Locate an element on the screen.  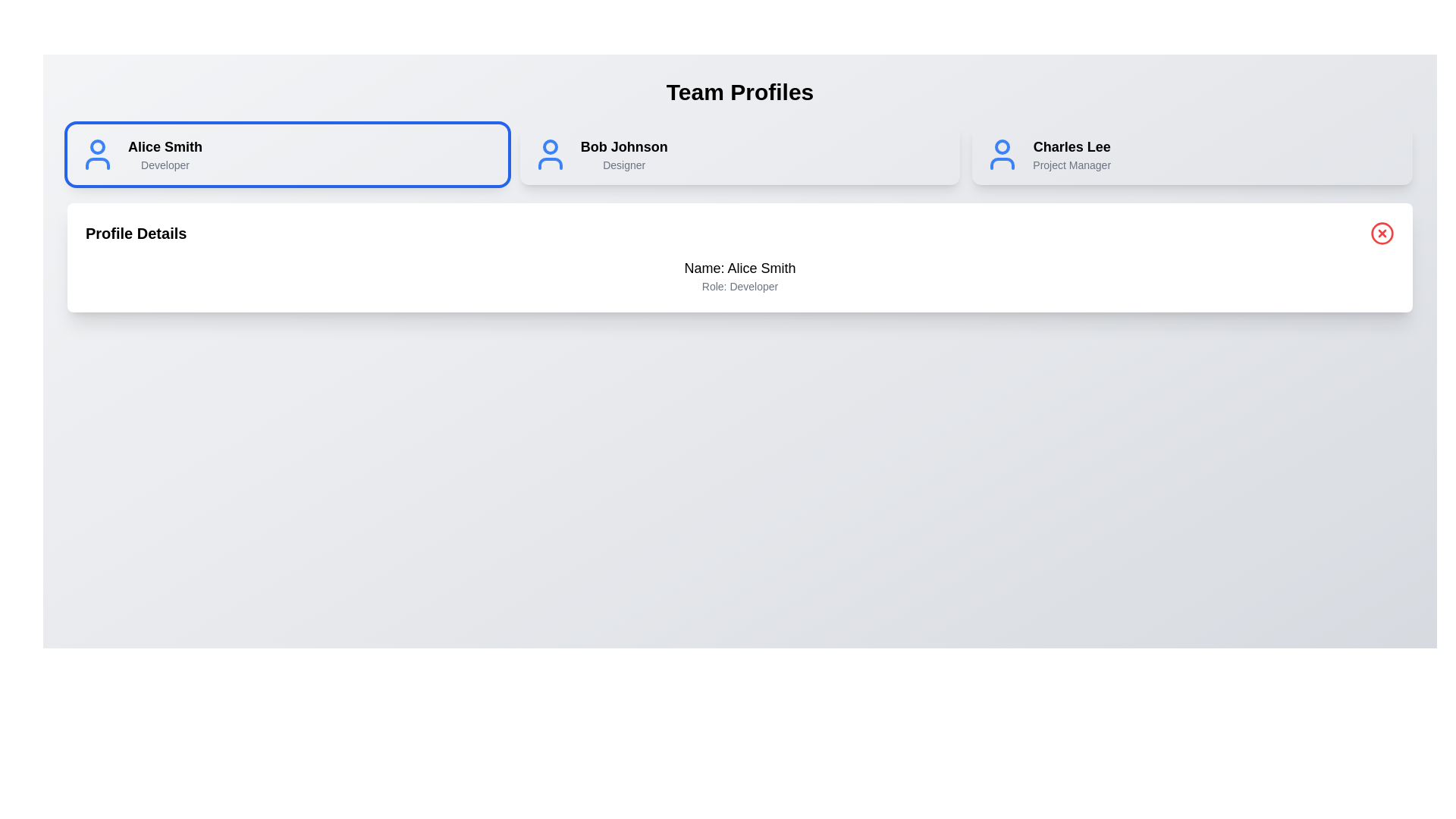
the text display component within the second profile card layout that presents the name and professional title of an individual user, located between the profile cards labeled 'Alice Smith' and 'Charles Lee' is located at coordinates (624, 155).